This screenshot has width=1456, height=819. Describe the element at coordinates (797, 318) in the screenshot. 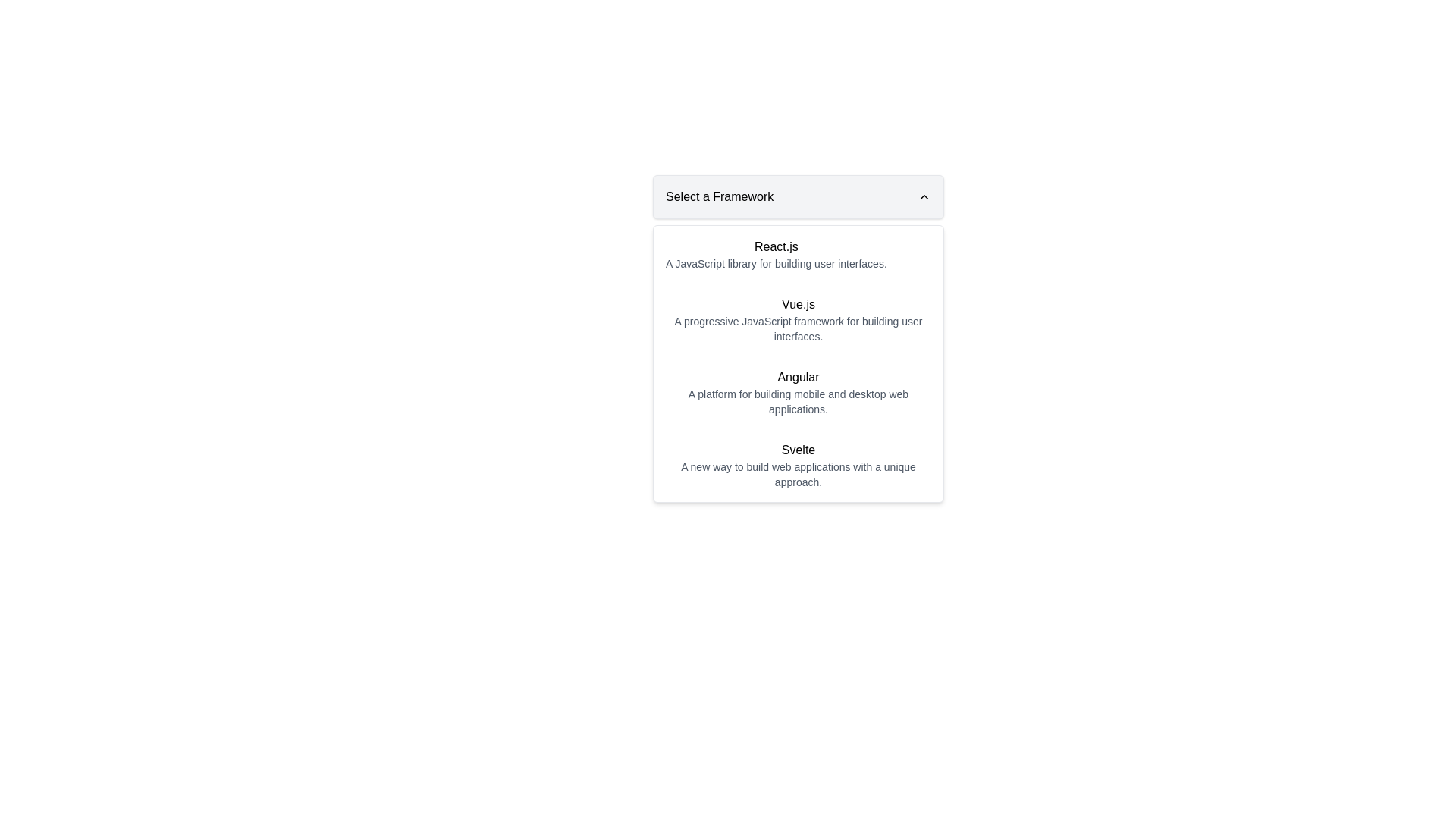

I see `the second item in the list, titled 'Vue.js', to highlight the selection` at that location.